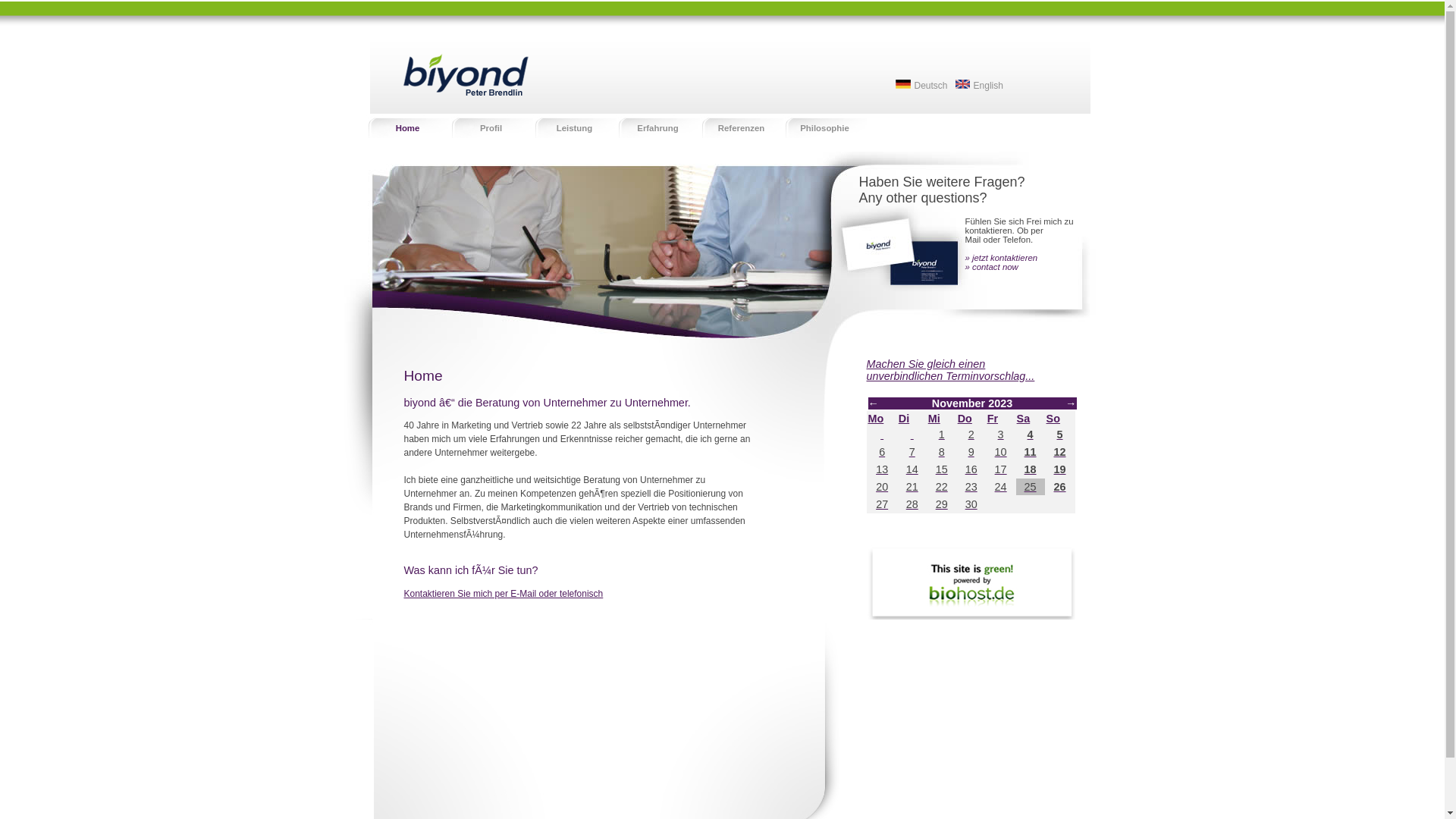 The height and width of the screenshot is (819, 1456). What do you see at coordinates (941, 504) in the screenshot?
I see `'29'` at bounding box center [941, 504].